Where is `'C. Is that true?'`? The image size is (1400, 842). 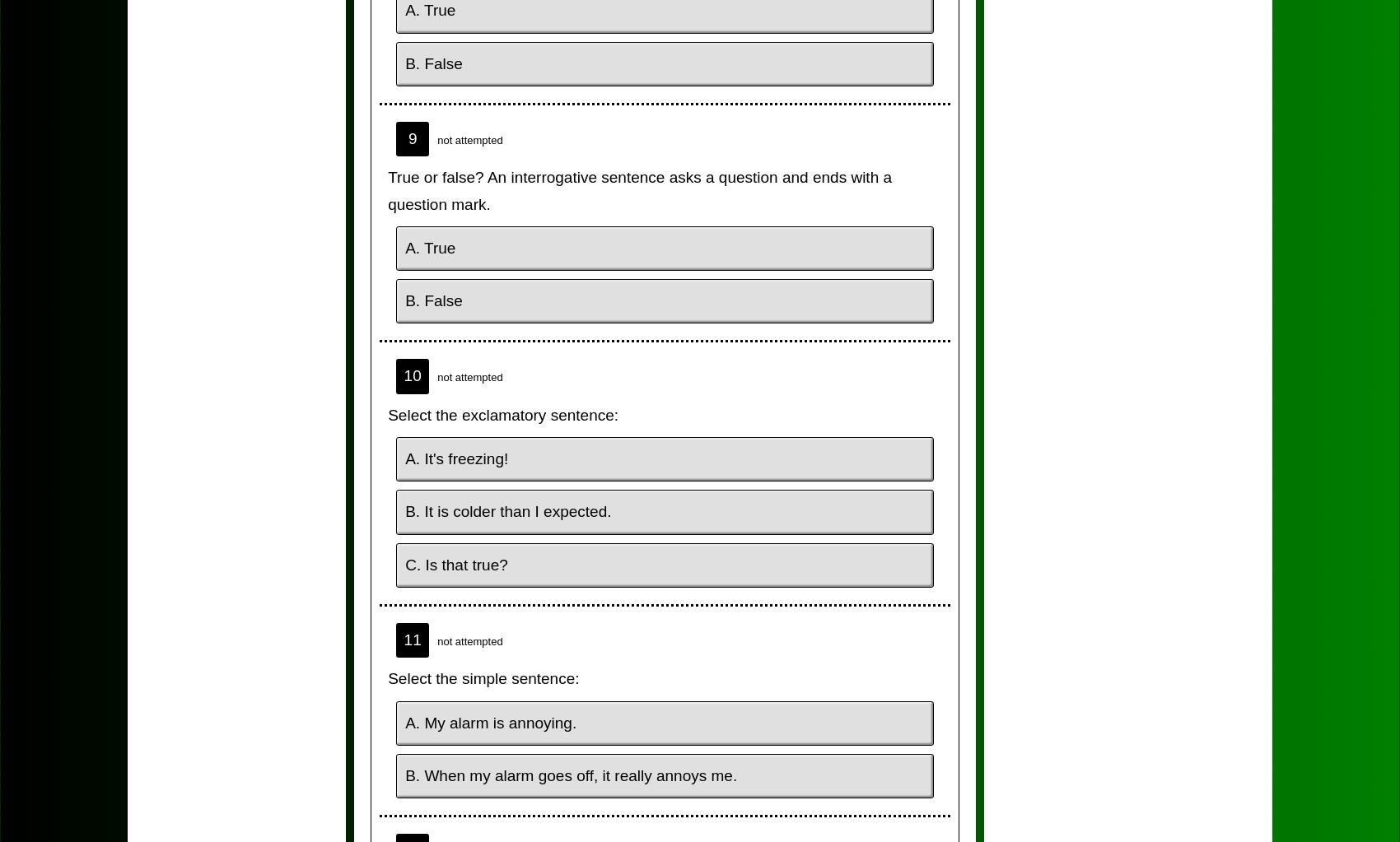
'C. Is that true?' is located at coordinates (455, 563).